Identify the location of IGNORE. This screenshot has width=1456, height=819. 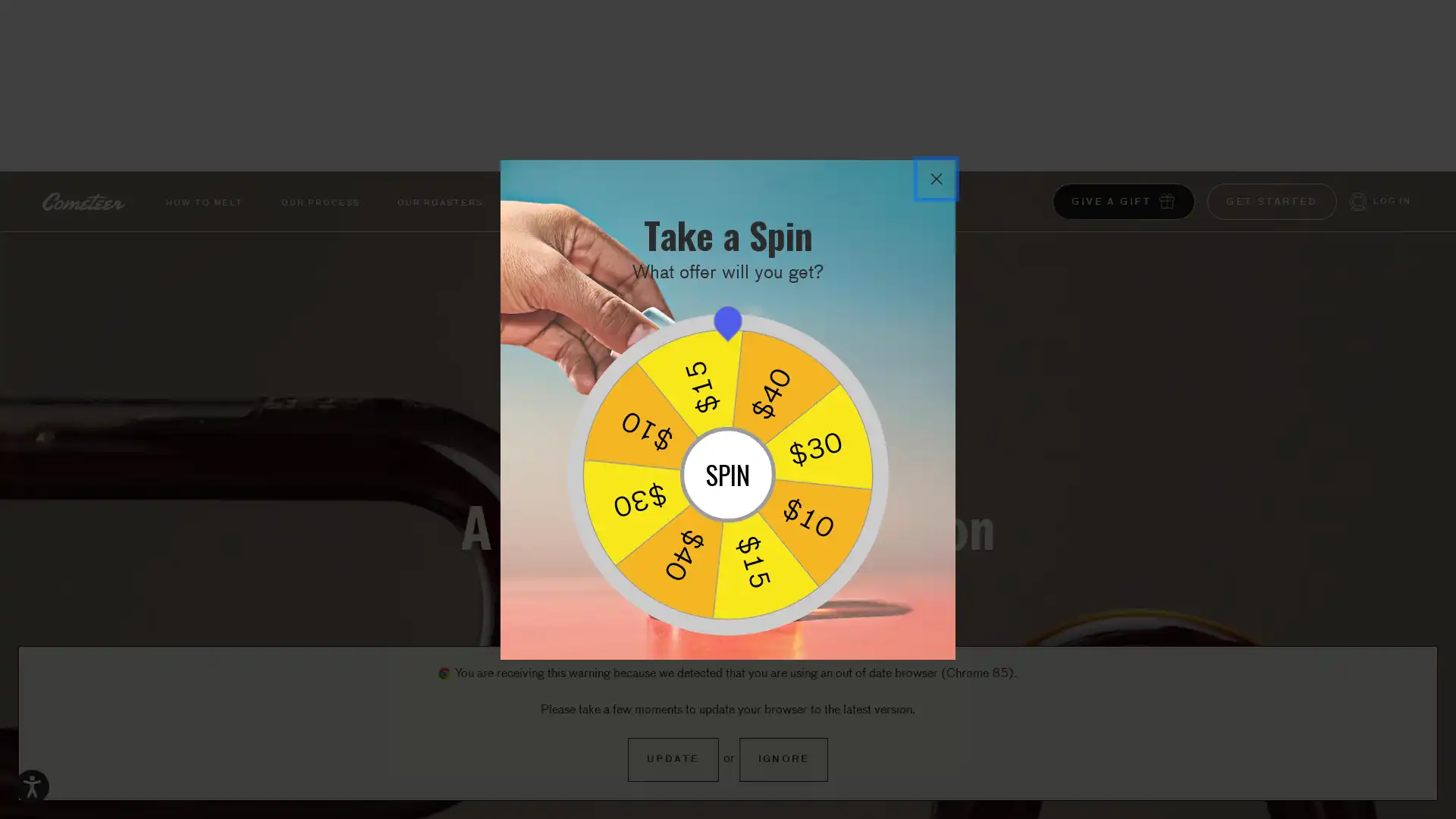
(783, 760).